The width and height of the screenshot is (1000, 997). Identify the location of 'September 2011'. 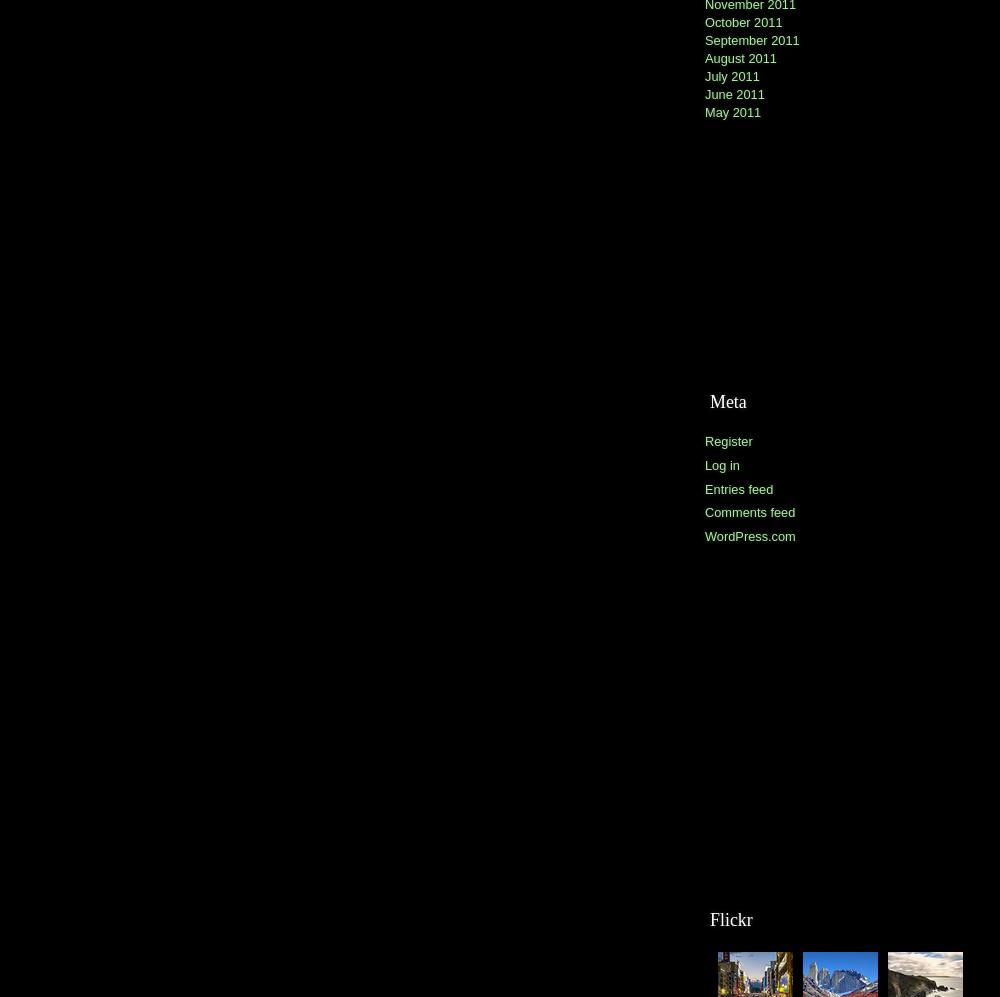
(752, 39).